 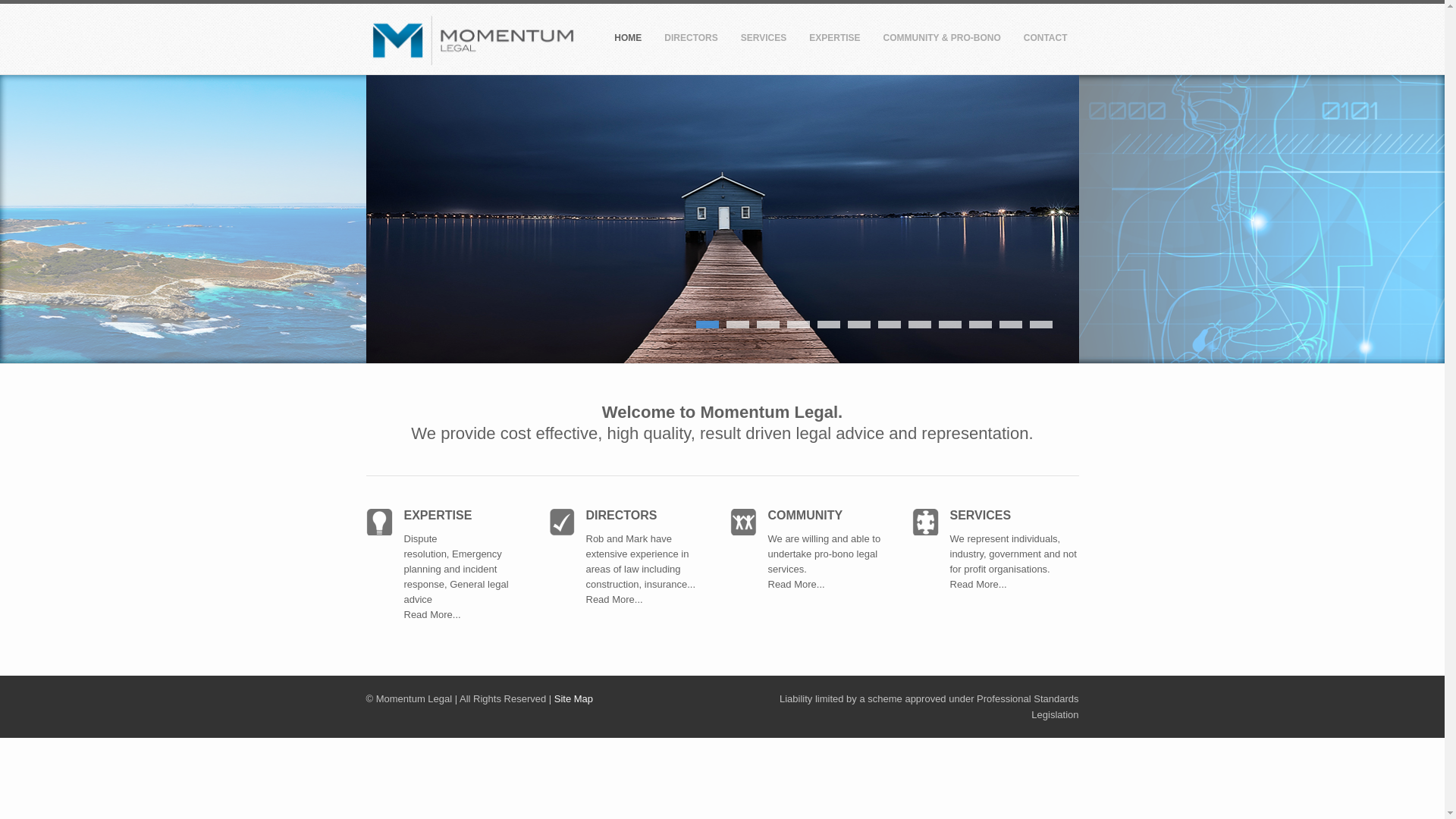 I want to click on '5', so click(x=828, y=324).